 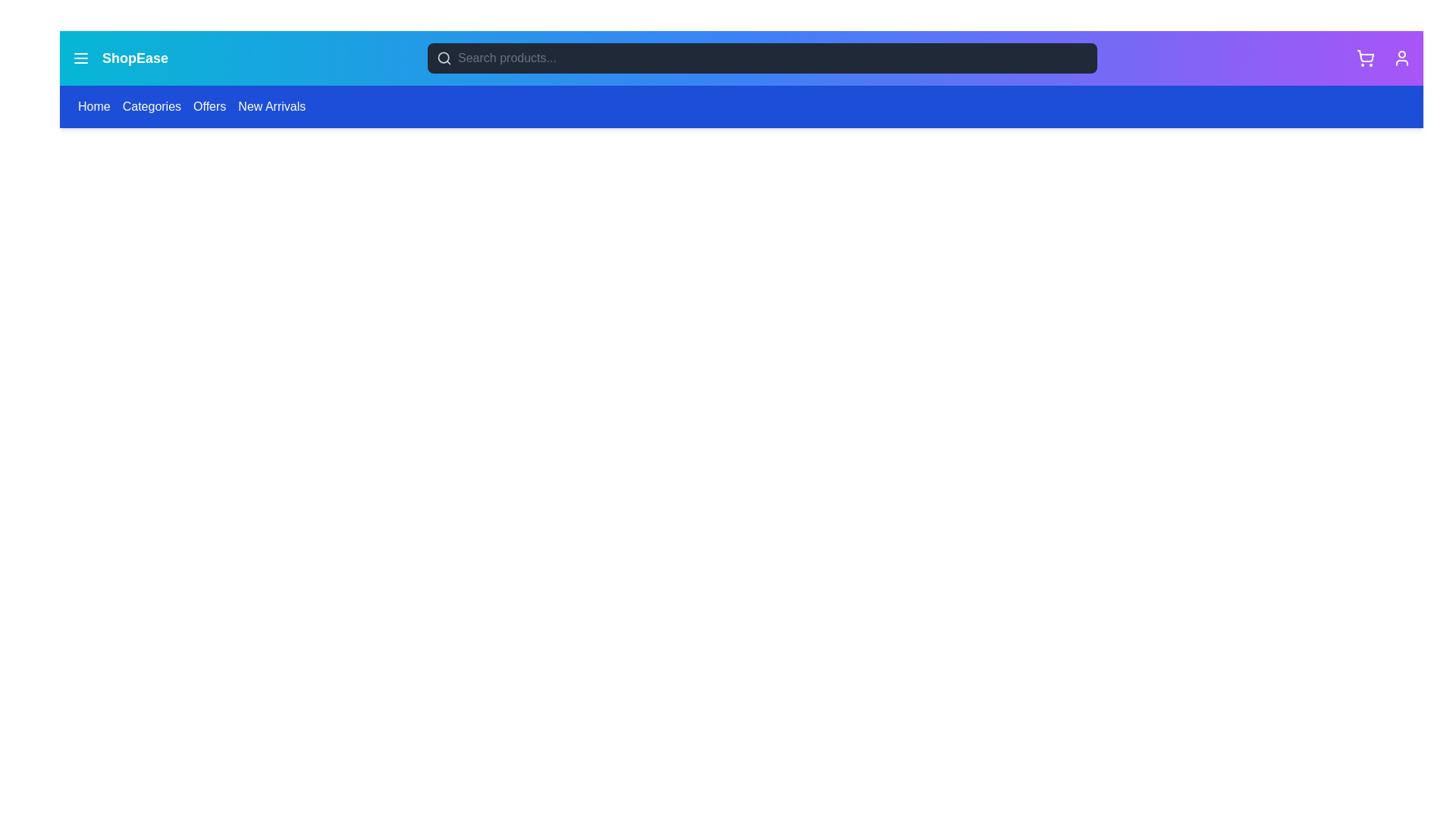 I want to click on the user profile icon located in the top-right corner of the header section to change its color to yellow, so click(x=1401, y=58).